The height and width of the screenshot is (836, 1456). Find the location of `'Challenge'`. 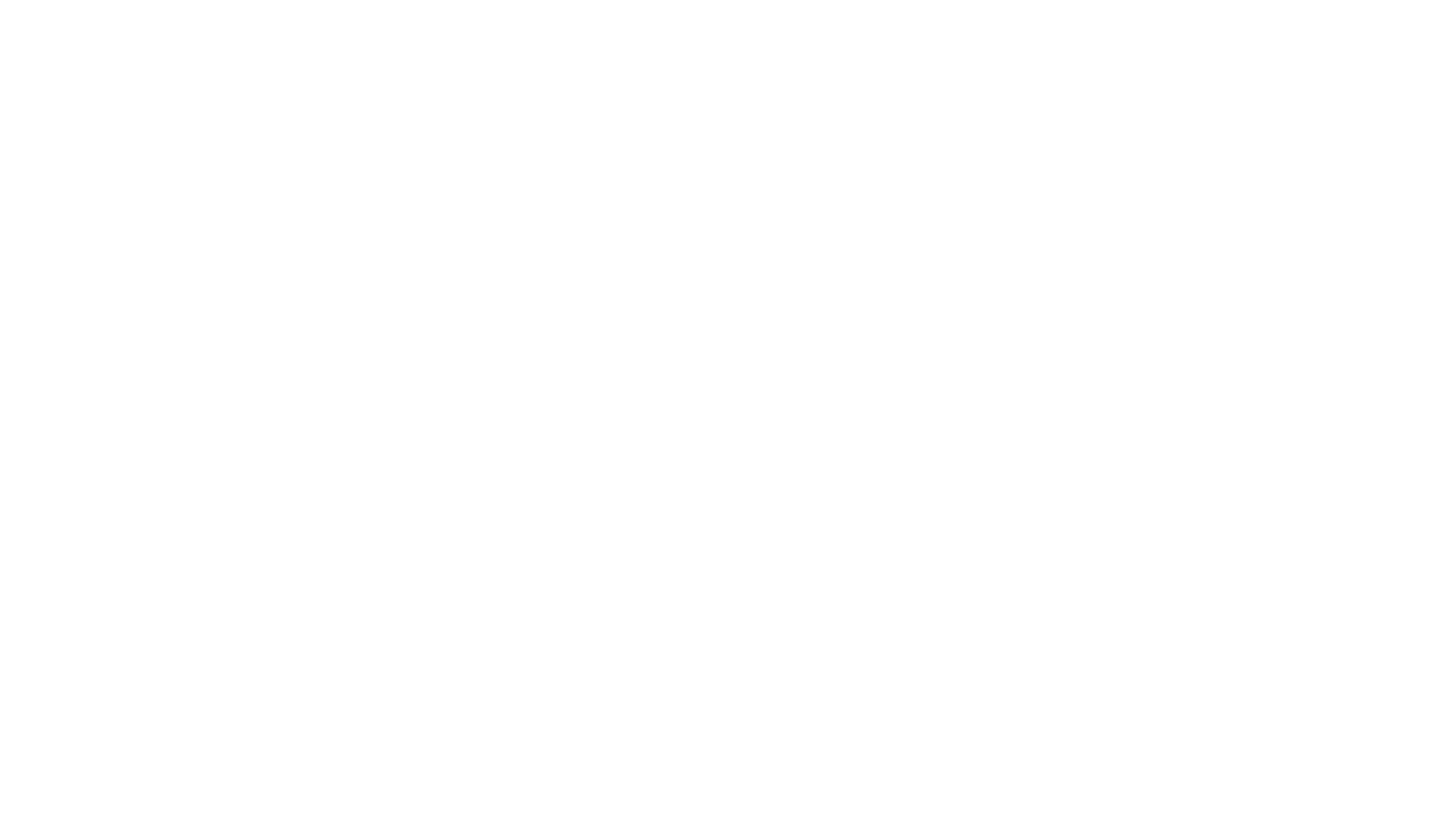

'Challenge' is located at coordinates (54, 293).